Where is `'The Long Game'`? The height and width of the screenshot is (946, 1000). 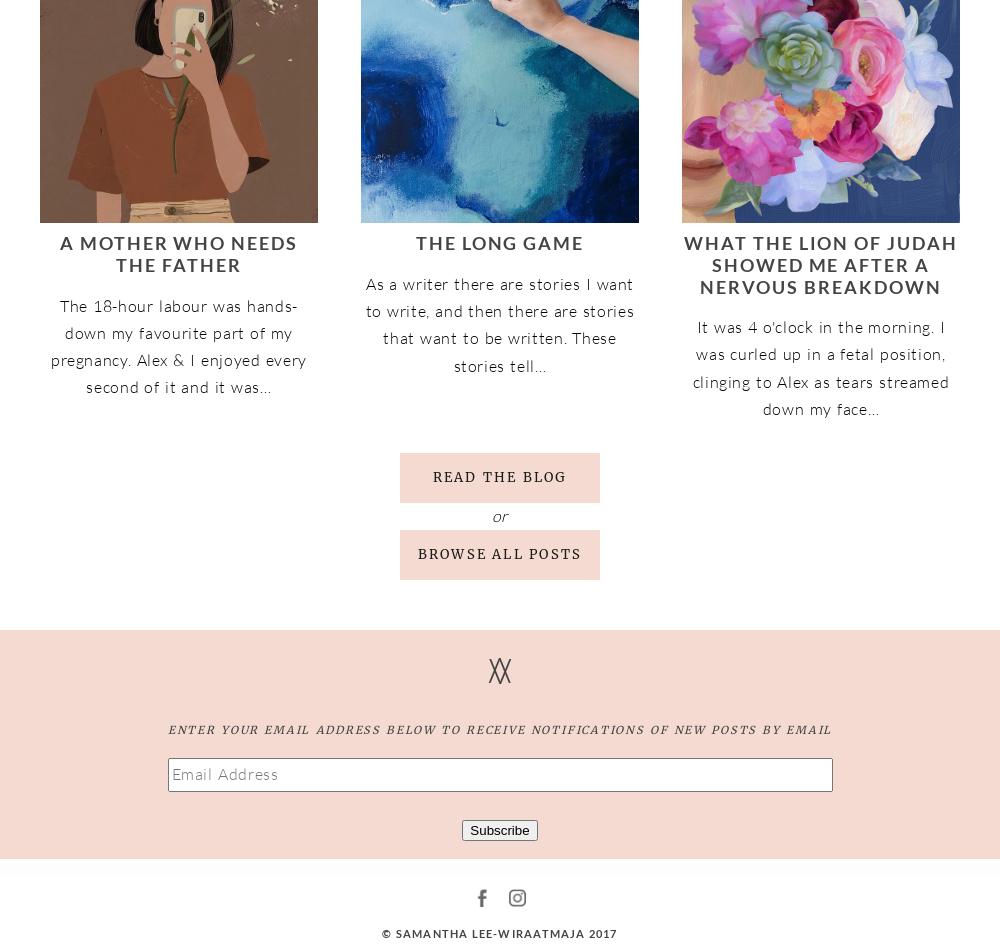
'The Long Game' is located at coordinates (498, 242).